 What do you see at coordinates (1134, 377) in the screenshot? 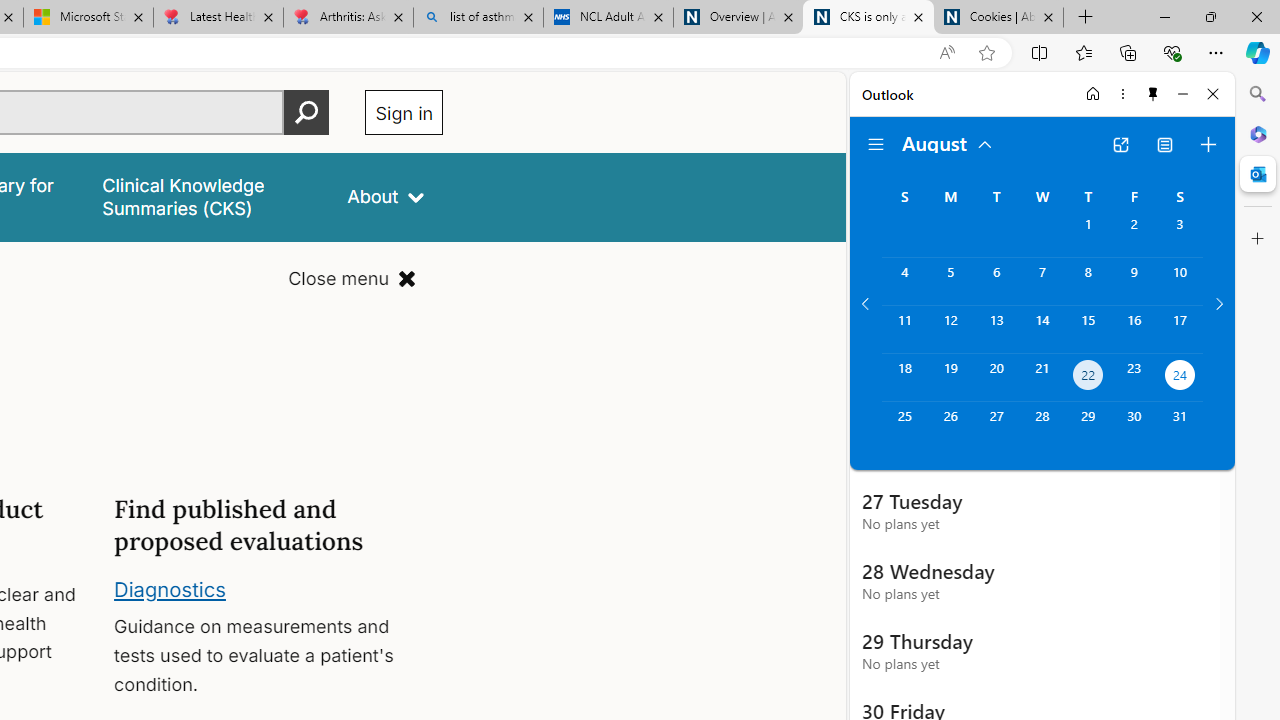
I see `'Friday, August 23, 2024. '` at bounding box center [1134, 377].